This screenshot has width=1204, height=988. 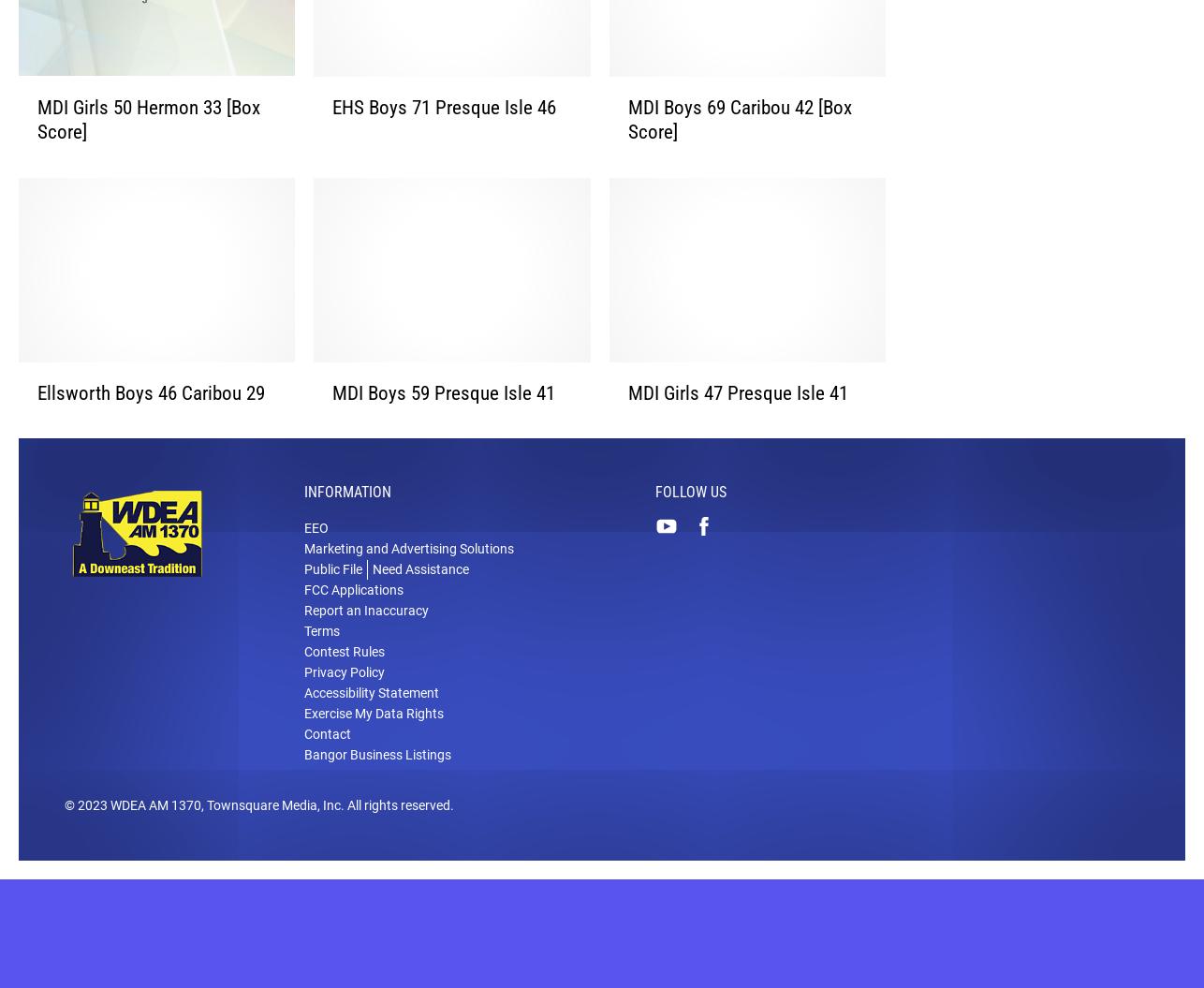 I want to click on 'Privacy Policy', so click(x=302, y=701).